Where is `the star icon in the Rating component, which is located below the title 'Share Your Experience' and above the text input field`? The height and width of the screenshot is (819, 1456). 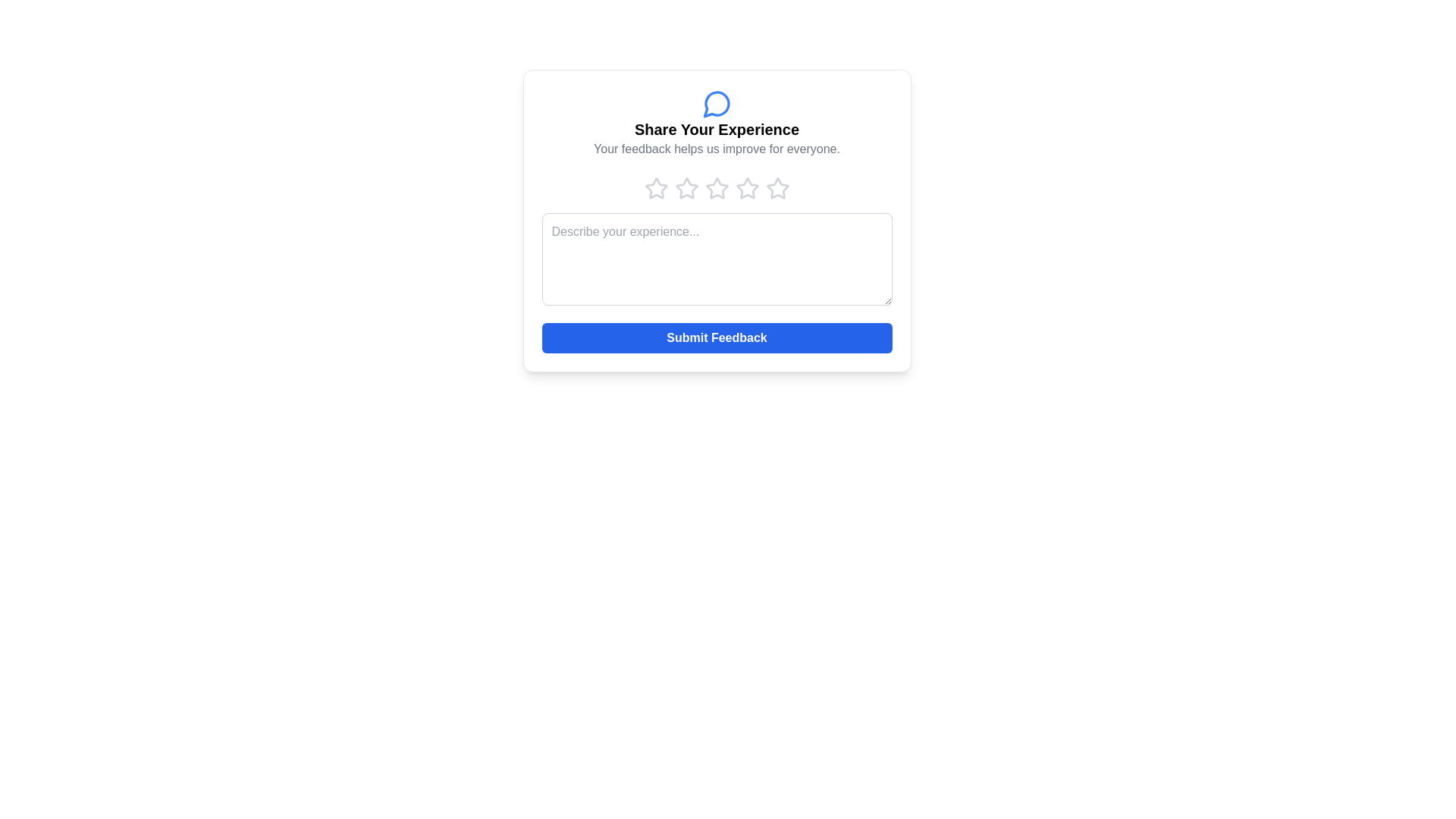
the star icon in the Rating component, which is located below the title 'Share Your Experience' and above the text input field is located at coordinates (716, 188).